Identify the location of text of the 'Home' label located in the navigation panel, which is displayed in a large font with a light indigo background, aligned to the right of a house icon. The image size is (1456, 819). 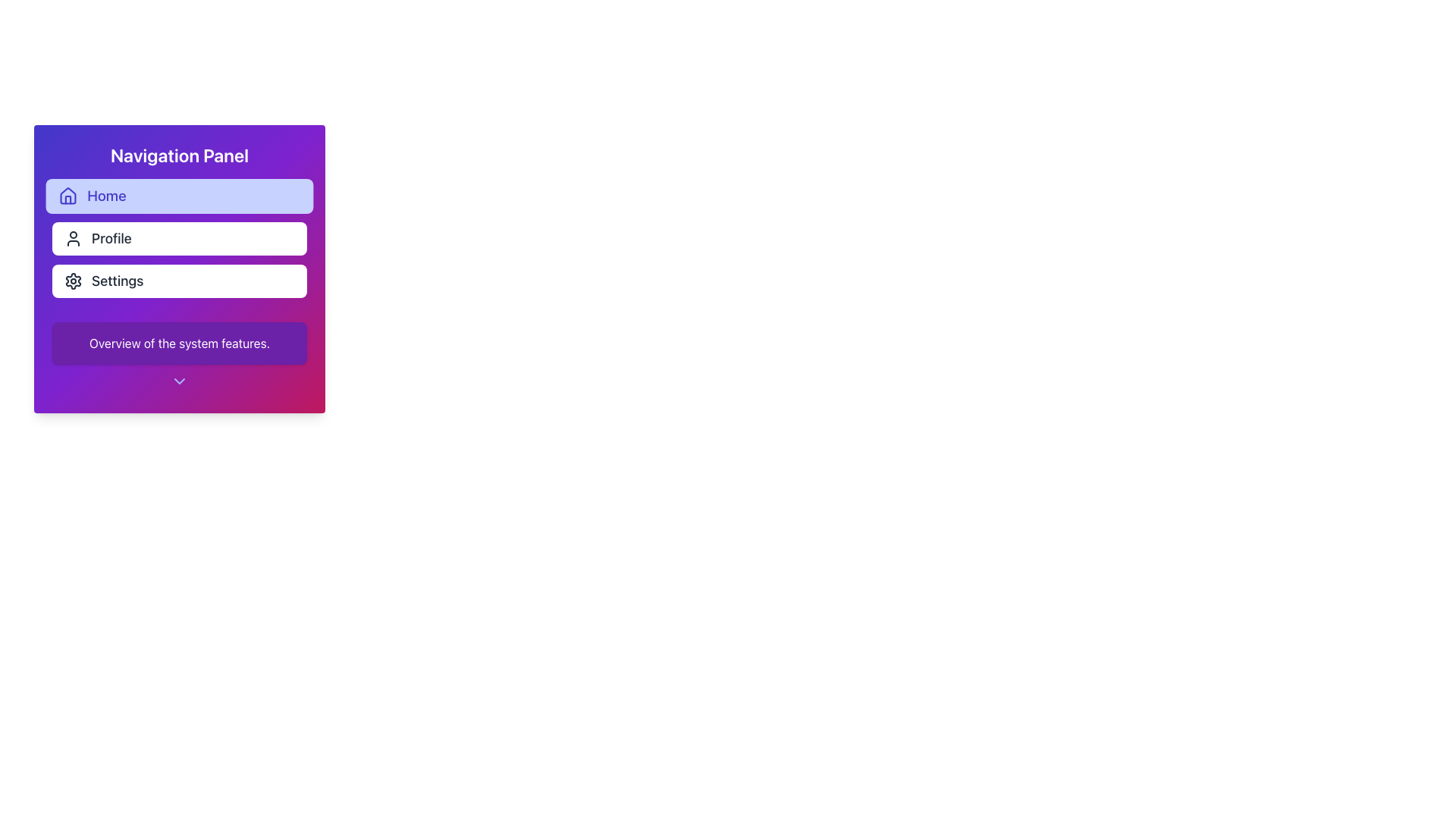
(105, 195).